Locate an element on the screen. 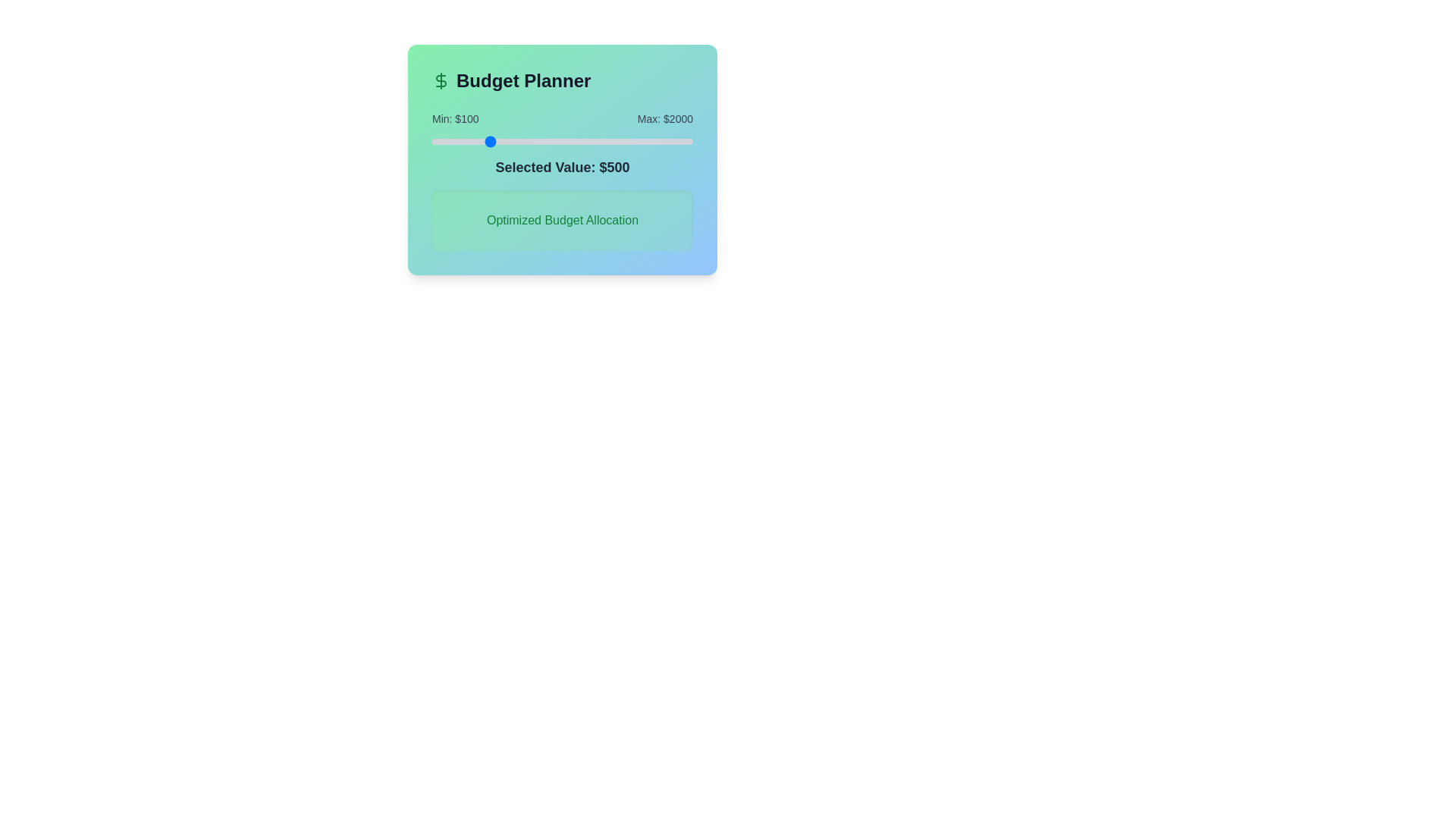 Image resolution: width=1456 pixels, height=819 pixels. the slider to the desired value 696 is located at coordinates (513, 141).